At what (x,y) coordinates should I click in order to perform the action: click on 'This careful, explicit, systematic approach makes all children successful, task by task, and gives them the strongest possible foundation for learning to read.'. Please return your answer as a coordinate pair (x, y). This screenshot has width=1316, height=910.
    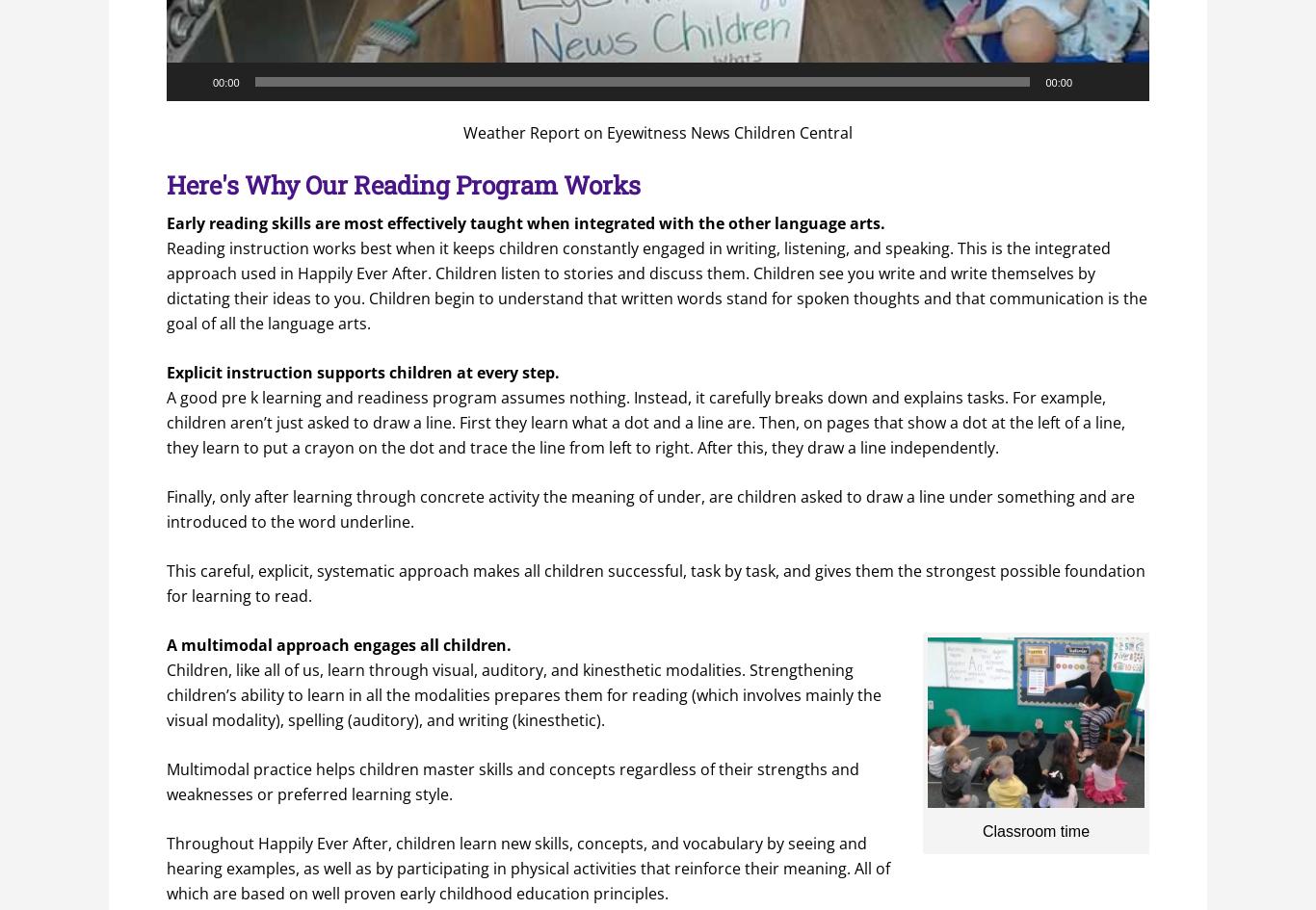
    Looking at the image, I should click on (654, 582).